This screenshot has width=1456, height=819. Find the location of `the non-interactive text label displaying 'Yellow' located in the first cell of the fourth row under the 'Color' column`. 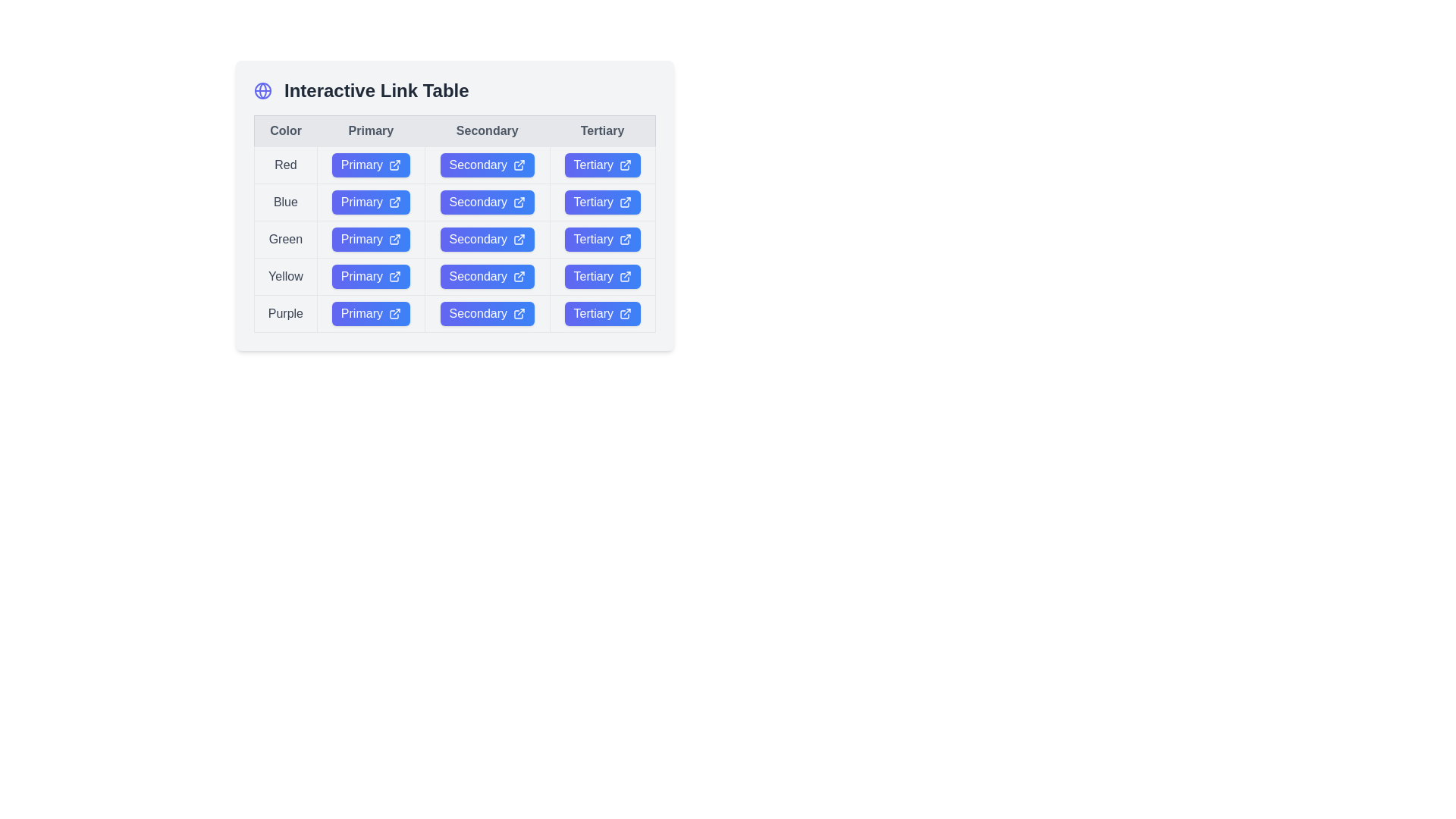

the non-interactive text label displaying 'Yellow' located in the first cell of the fourth row under the 'Color' column is located at coordinates (285, 277).